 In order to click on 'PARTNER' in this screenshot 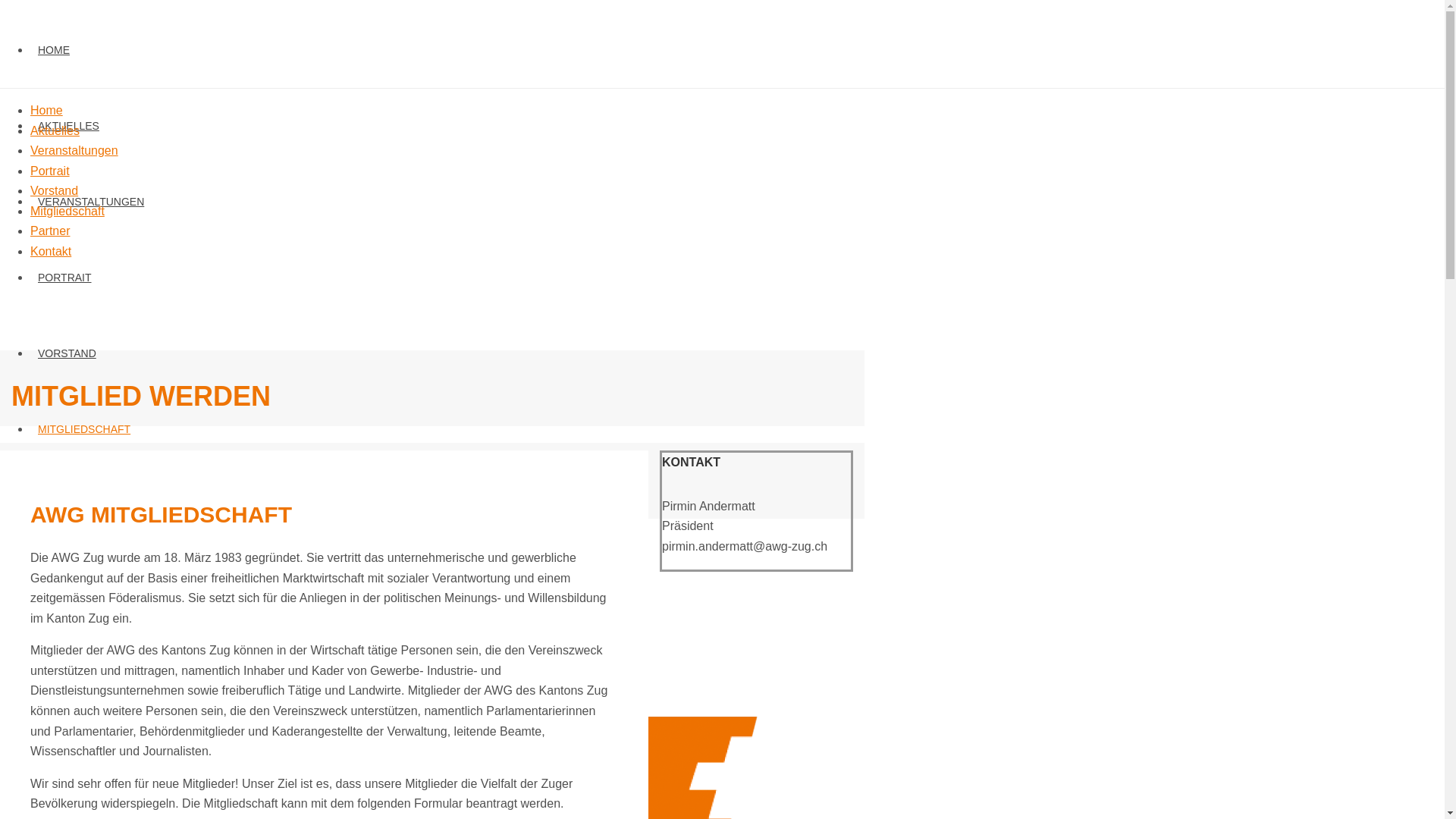, I will do `click(30, 505)`.